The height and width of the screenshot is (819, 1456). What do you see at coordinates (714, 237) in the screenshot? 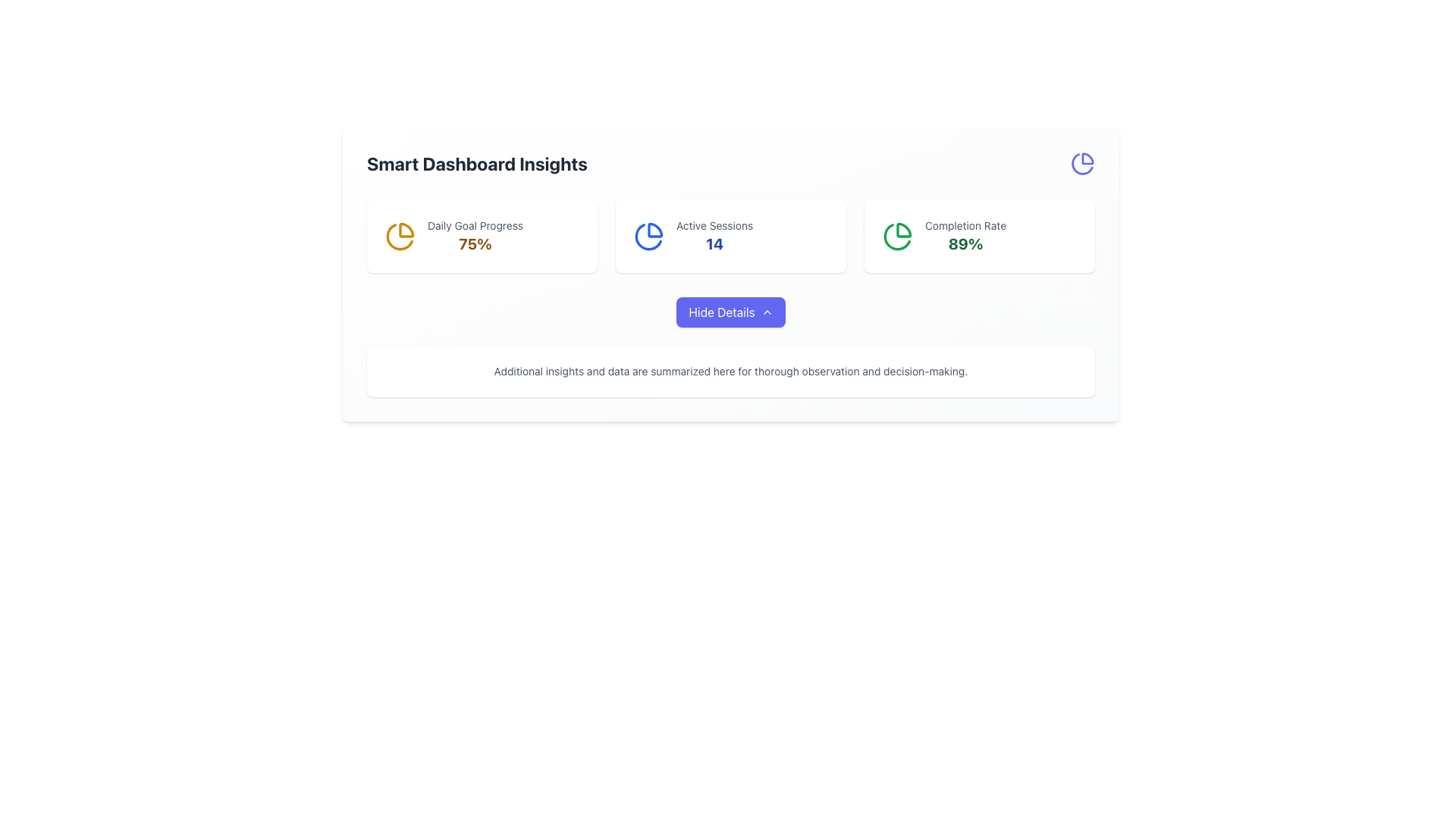
I see `text 'Active Sessions' from the informational display that shows the number of active sessions, which is highlighted in a larger, bold, blue font` at bounding box center [714, 237].